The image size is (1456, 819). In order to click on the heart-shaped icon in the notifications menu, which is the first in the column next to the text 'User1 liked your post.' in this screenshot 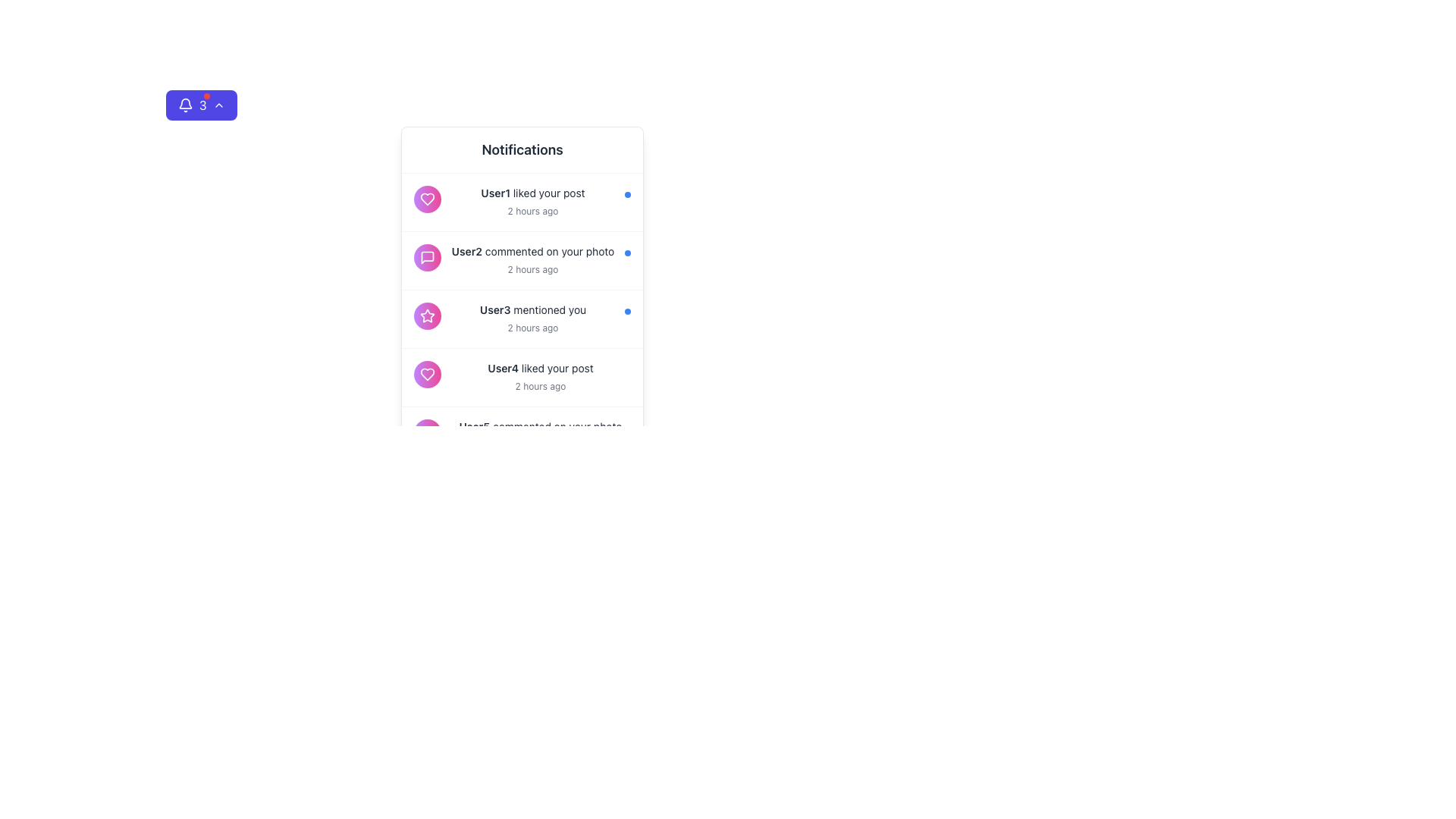, I will do `click(427, 374)`.